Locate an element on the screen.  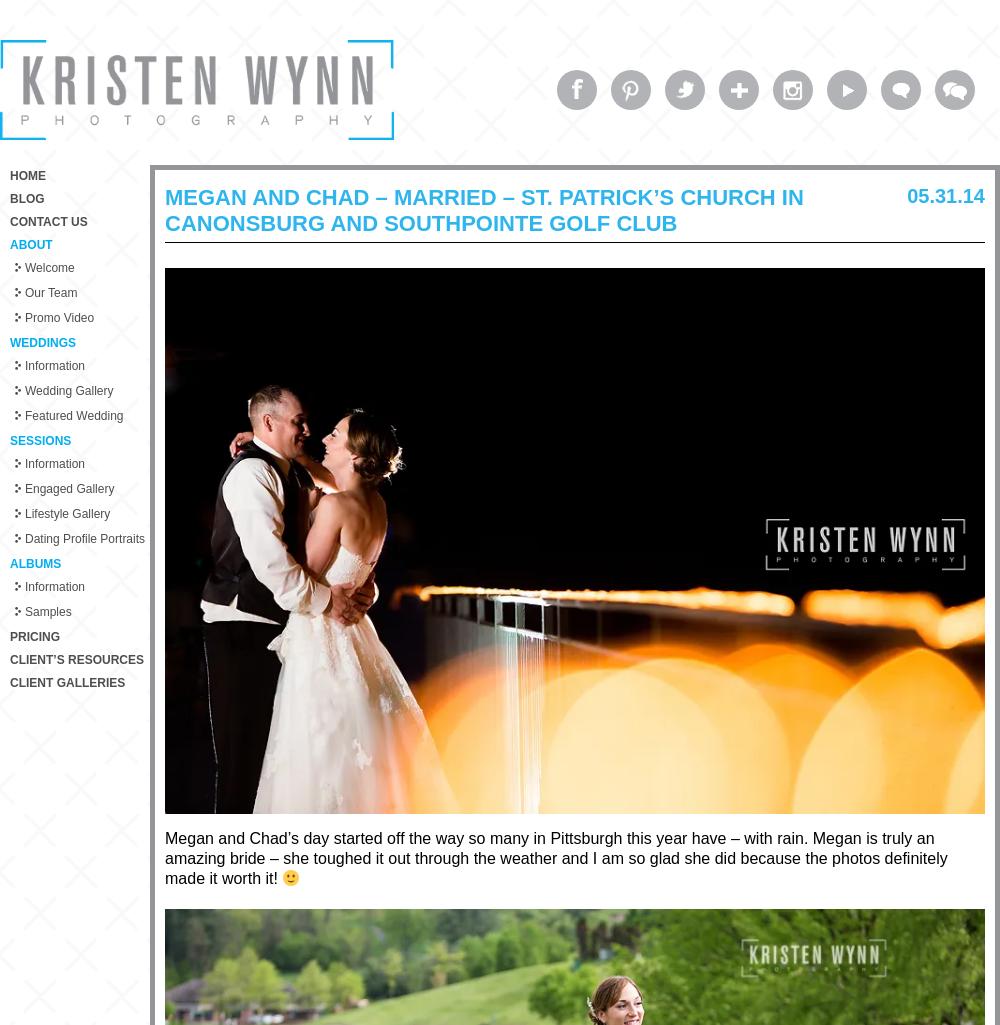
'Samples' is located at coordinates (48, 611).